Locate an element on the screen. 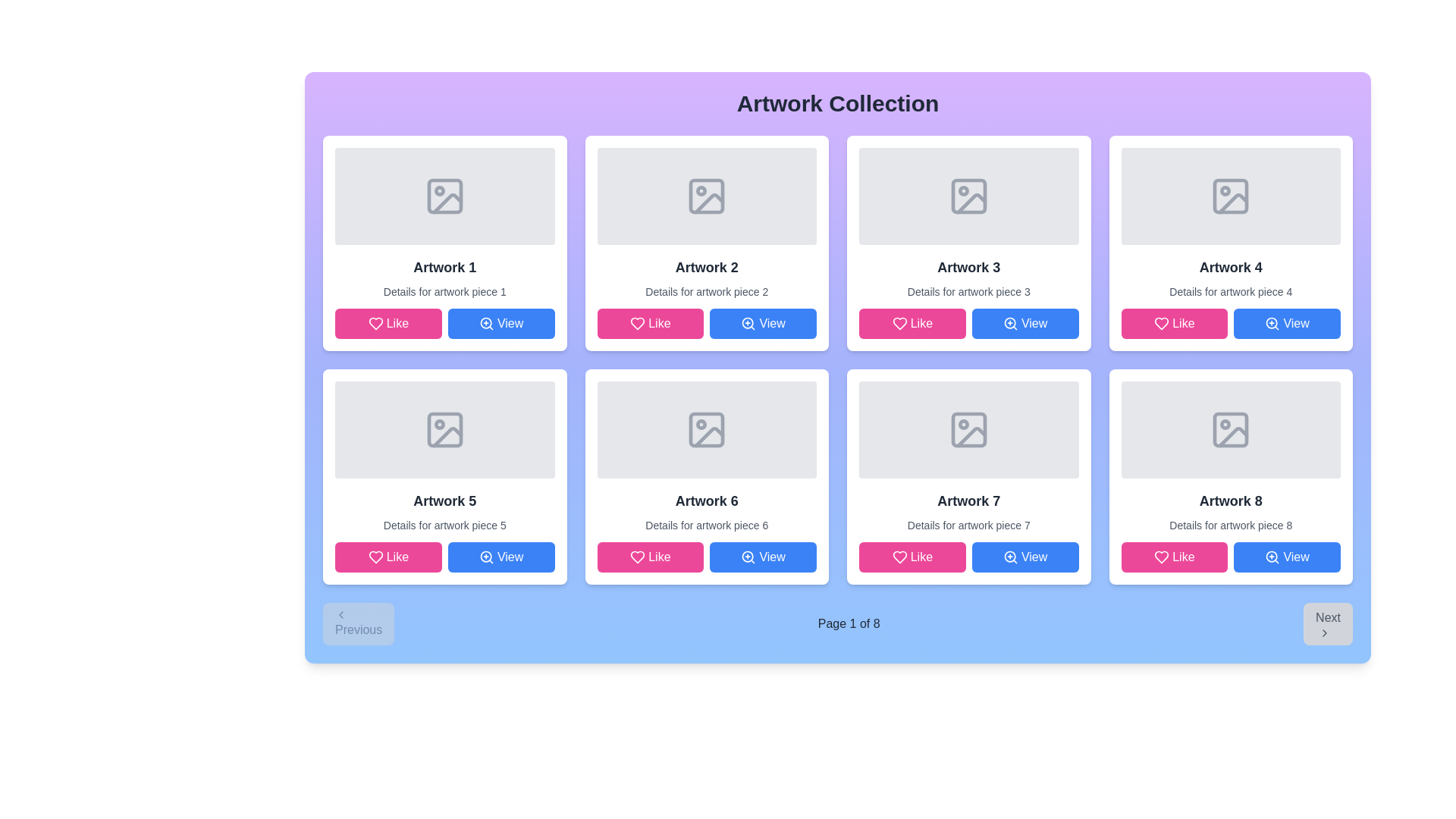  the magnifying glass icon with a plus sign inside, which indicates a zoom-in function is located at coordinates (486, 323).